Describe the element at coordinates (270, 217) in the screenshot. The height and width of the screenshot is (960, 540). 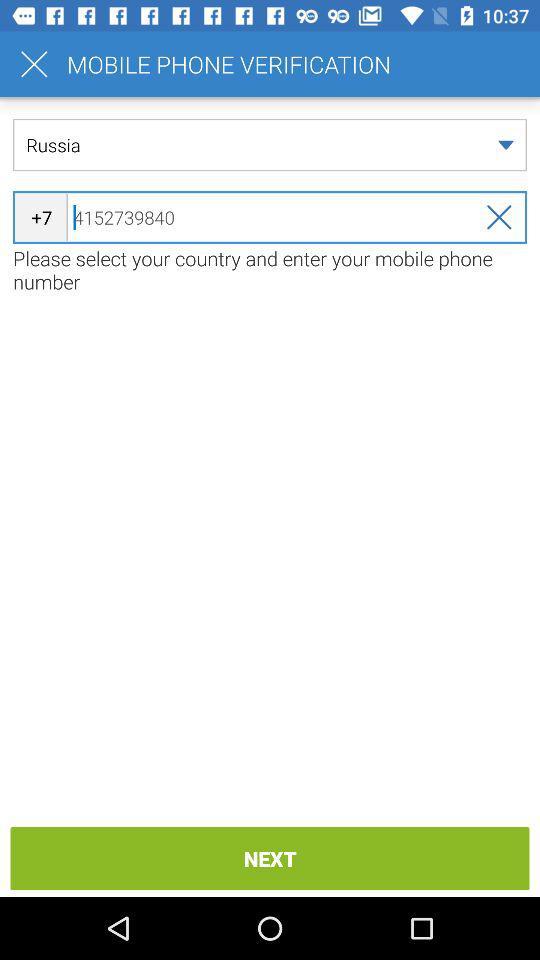
I see `icon above the please select your item` at that location.